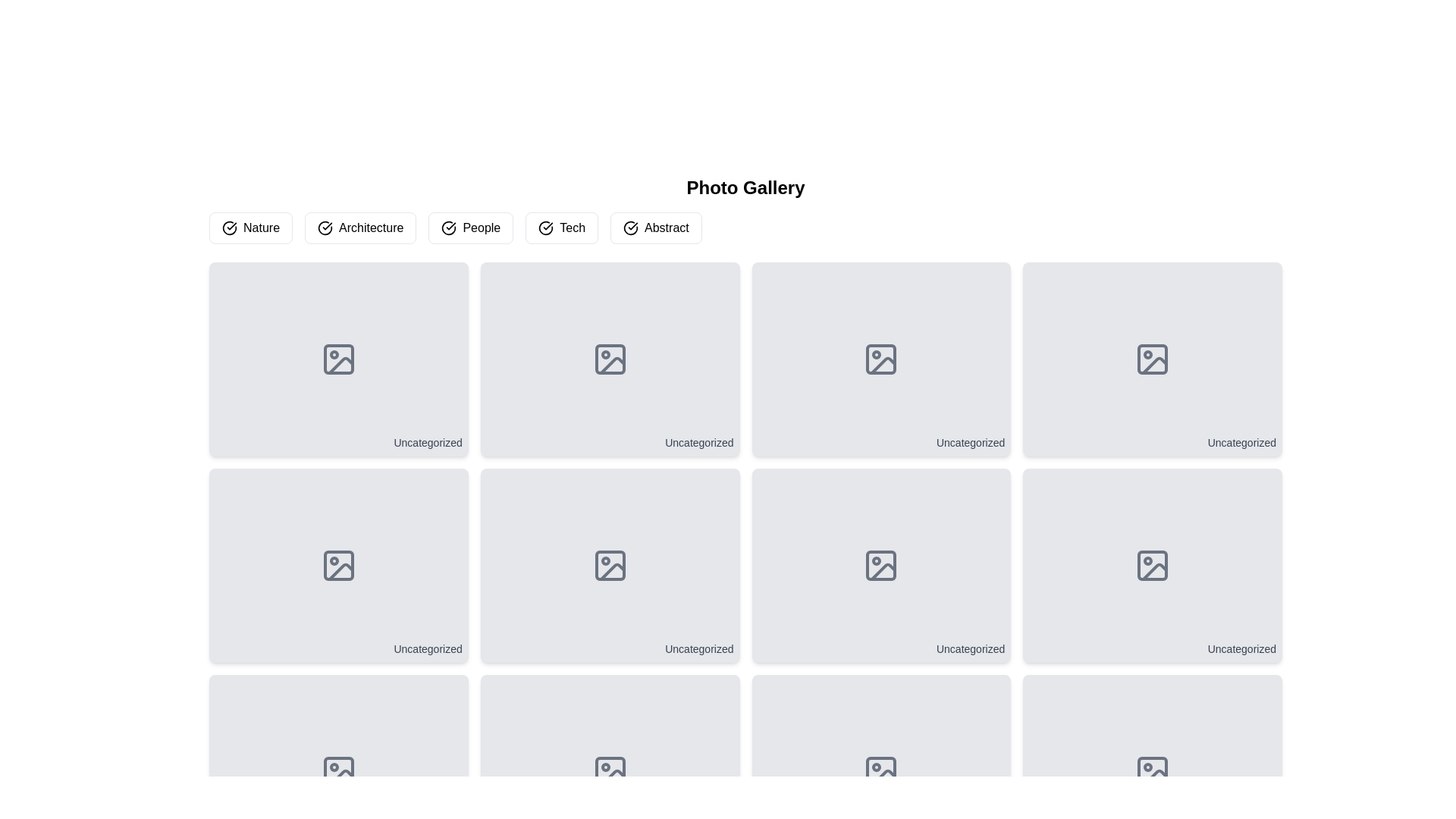  Describe the element at coordinates (971, 442) in the screenshot. I see `the text label reading 'Uncategorized' located at the bottom-right corner of the third card in the top row of the grid layout` at that location.